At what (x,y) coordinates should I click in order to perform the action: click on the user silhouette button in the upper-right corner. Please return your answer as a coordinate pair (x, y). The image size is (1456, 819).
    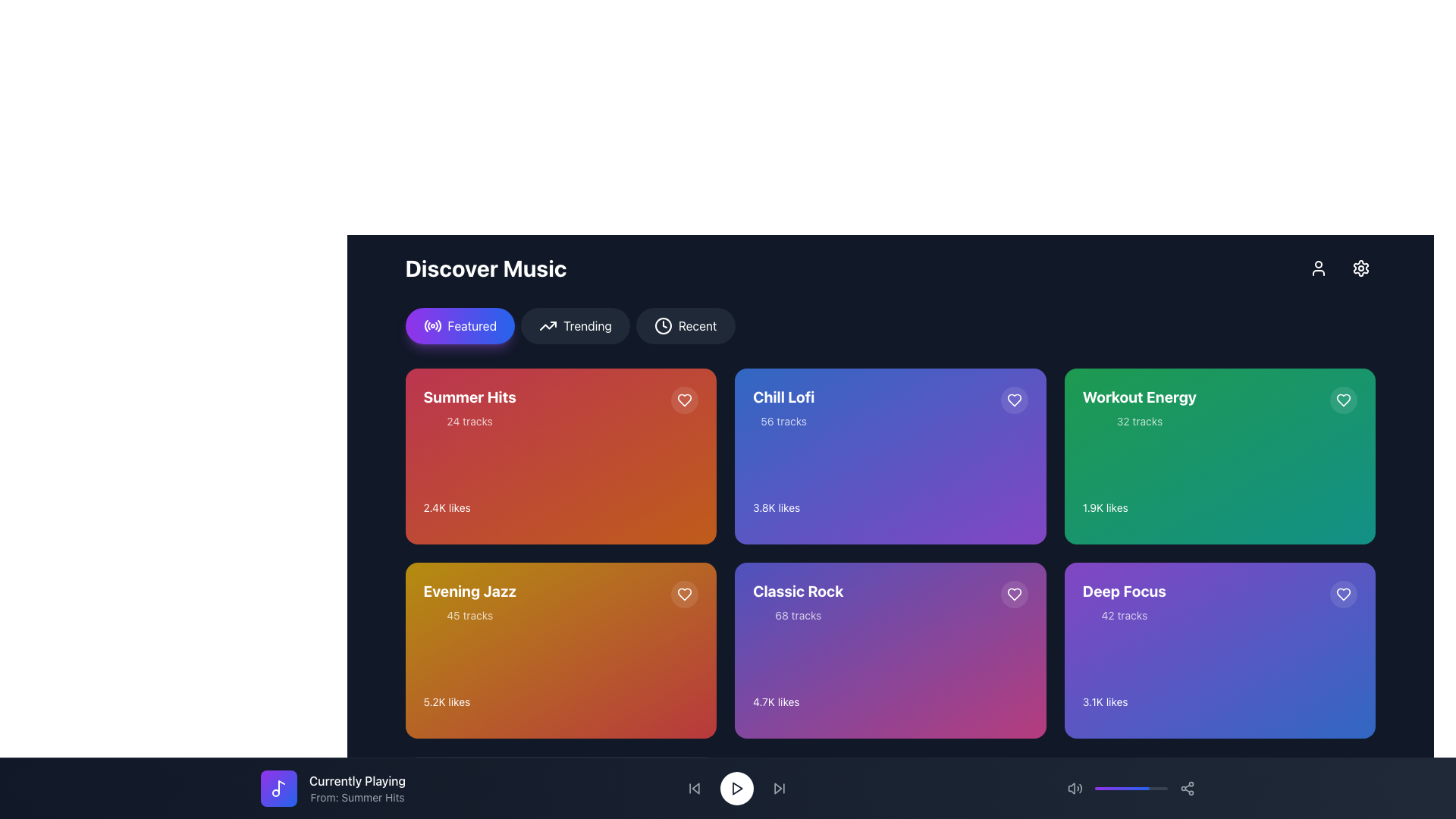
    Looking at the image, I should click on (1317, 268).